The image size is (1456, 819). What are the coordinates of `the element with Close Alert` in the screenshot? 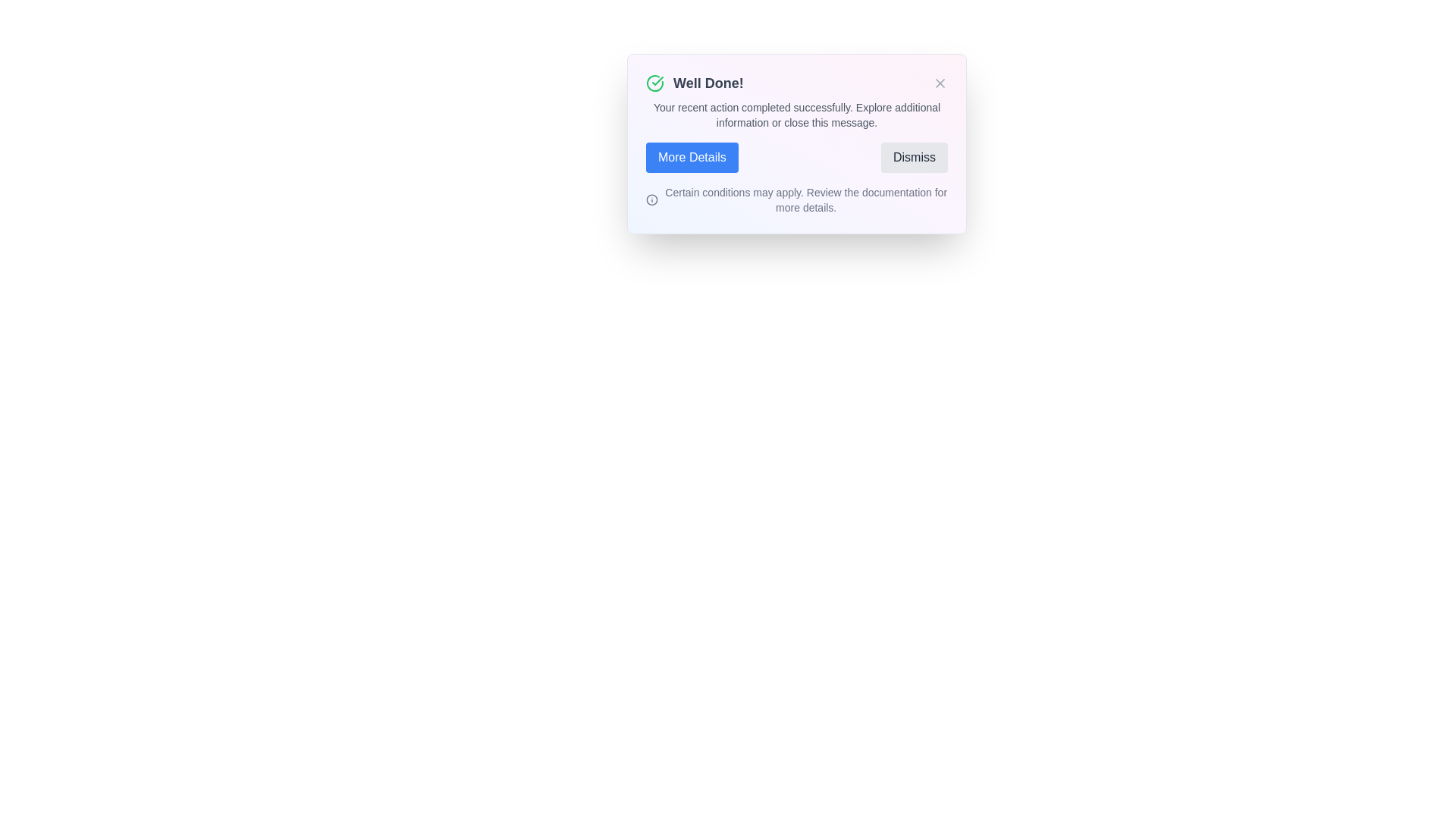 It's located at (939, 83).